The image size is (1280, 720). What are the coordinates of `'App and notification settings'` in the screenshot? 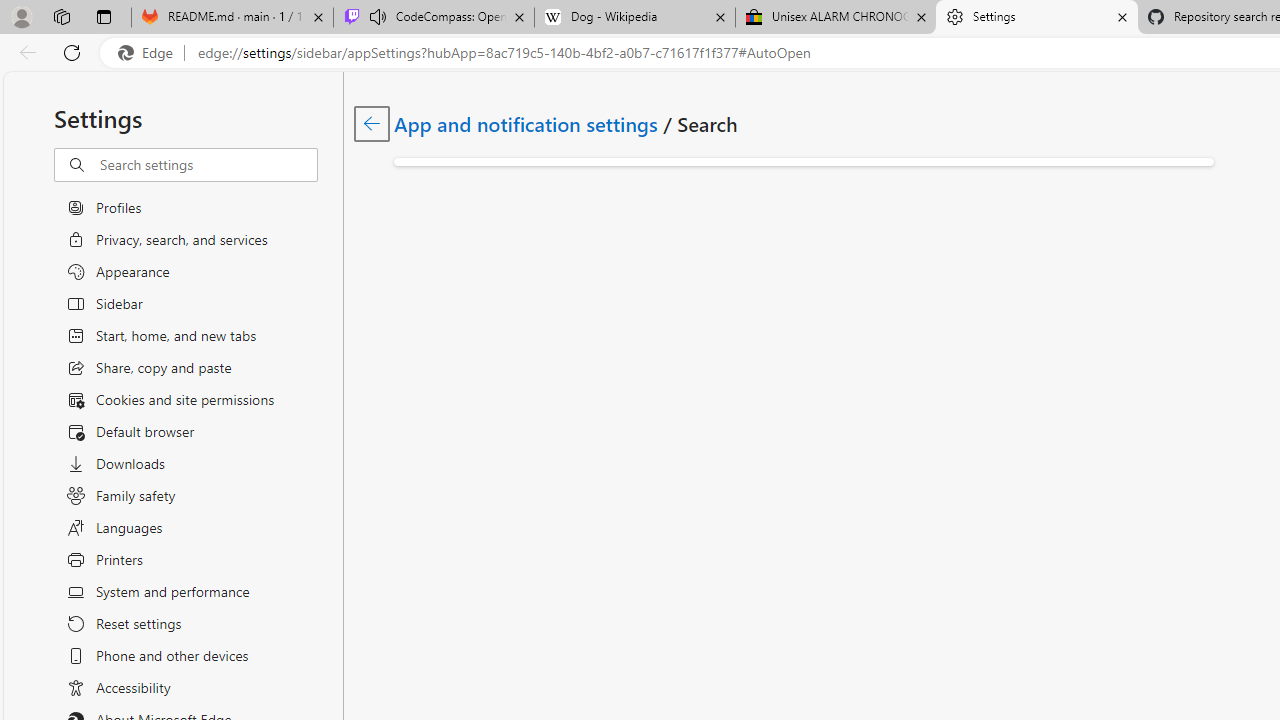 It's located at (527, 123).